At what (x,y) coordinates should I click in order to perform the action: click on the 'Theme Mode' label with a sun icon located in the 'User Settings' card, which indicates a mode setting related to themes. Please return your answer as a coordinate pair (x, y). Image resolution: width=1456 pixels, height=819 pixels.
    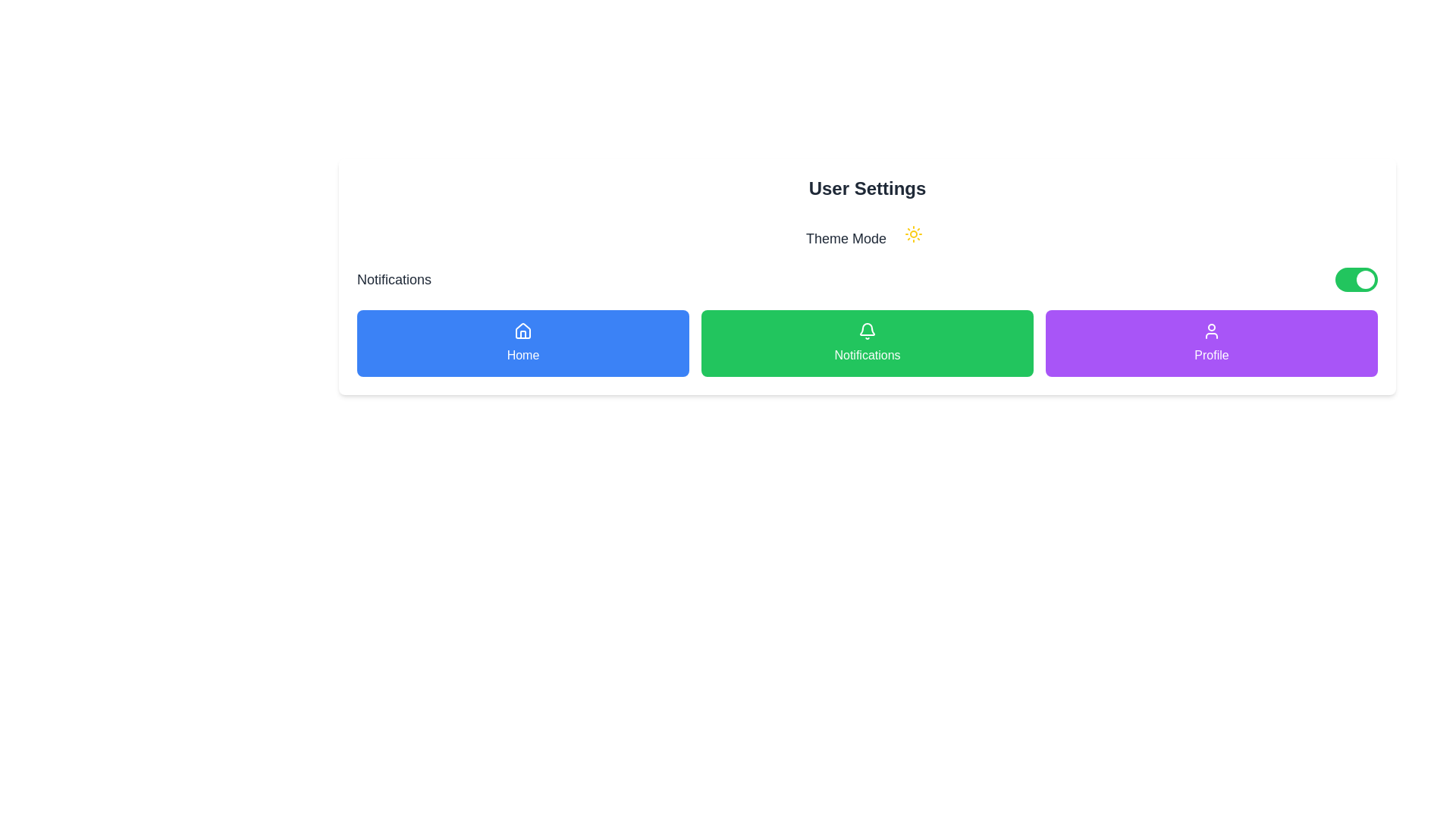
    Looking at the image, I should click on (867, 234).